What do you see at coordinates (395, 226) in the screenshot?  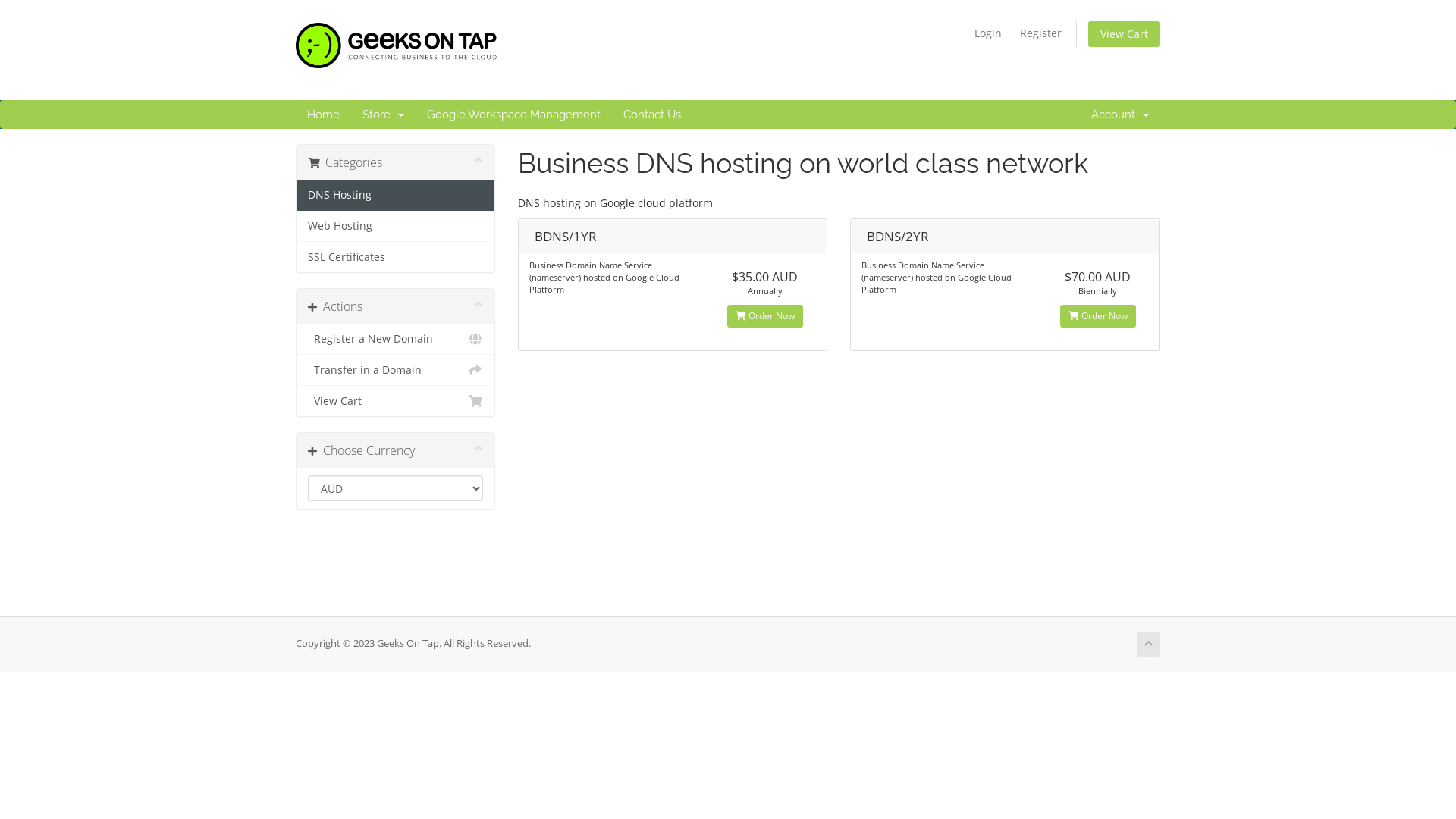 I see `'Web Hosting'` at bounding box center [395, 226].